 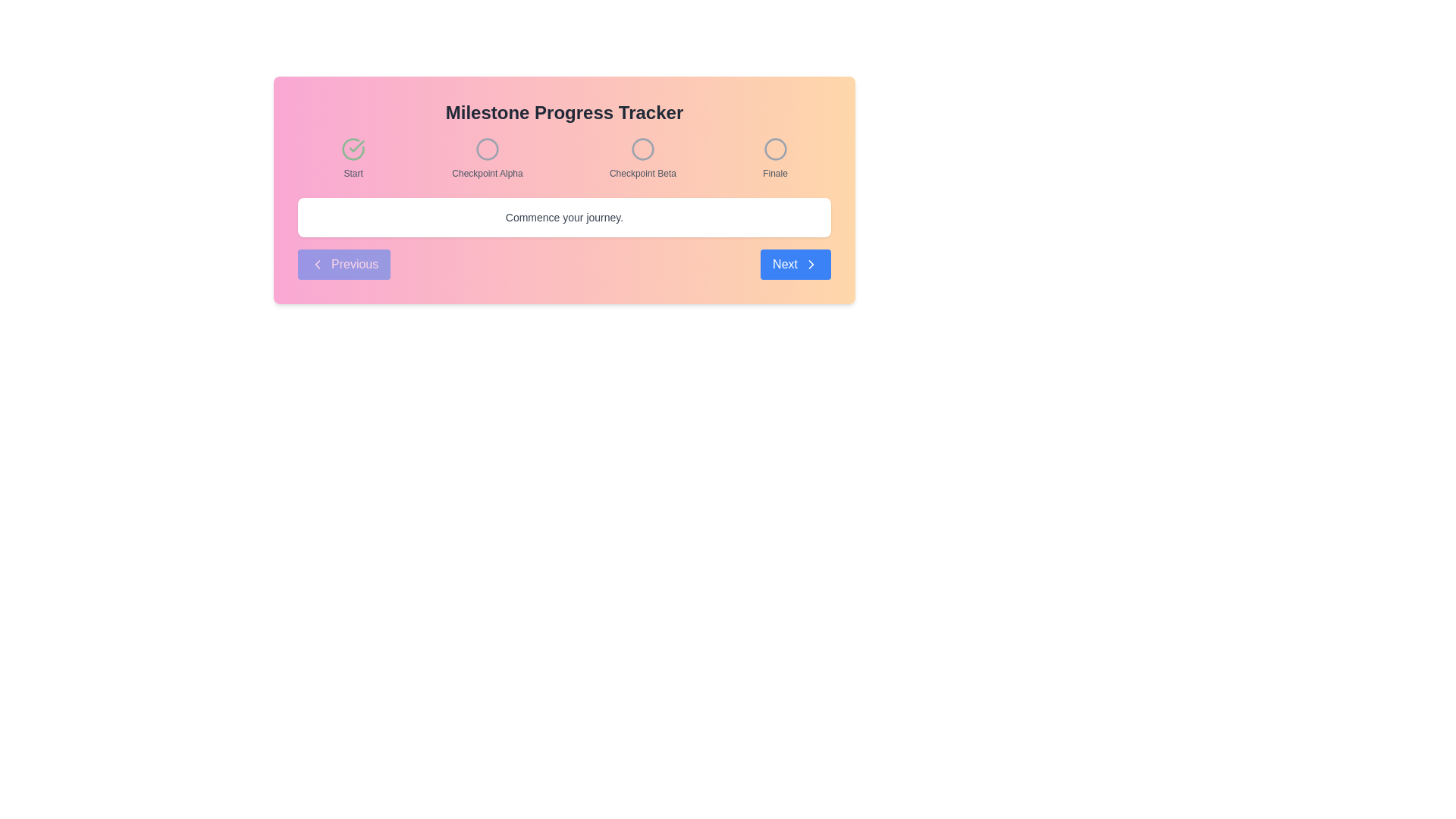 I want to click on the informational text element located at the bottom center of the white box with rounded corners and shadow, which guides users on the next steps in the current process, so click(x=563, y=217).